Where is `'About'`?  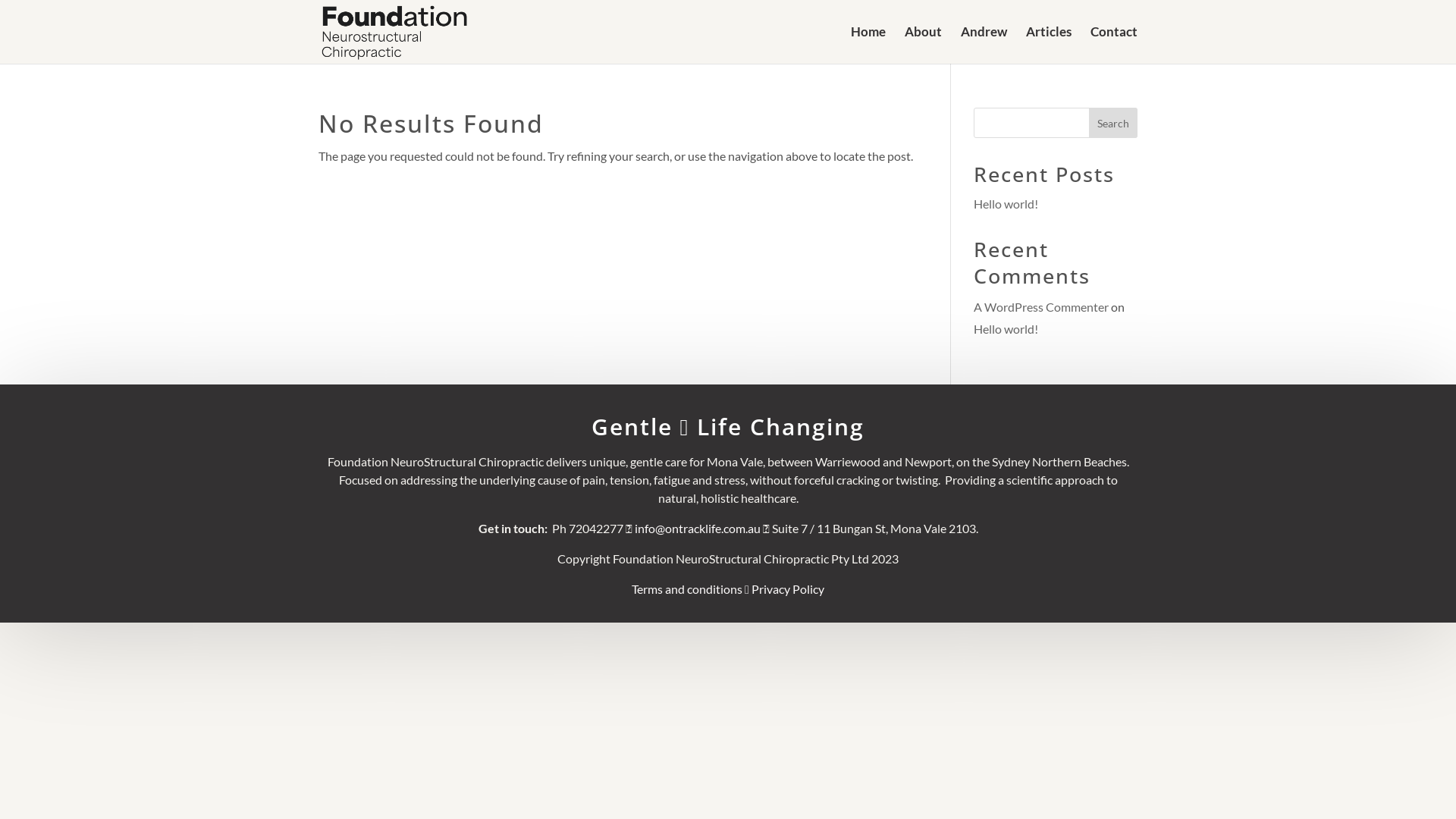 'About' is located at coordinates (922, 44).